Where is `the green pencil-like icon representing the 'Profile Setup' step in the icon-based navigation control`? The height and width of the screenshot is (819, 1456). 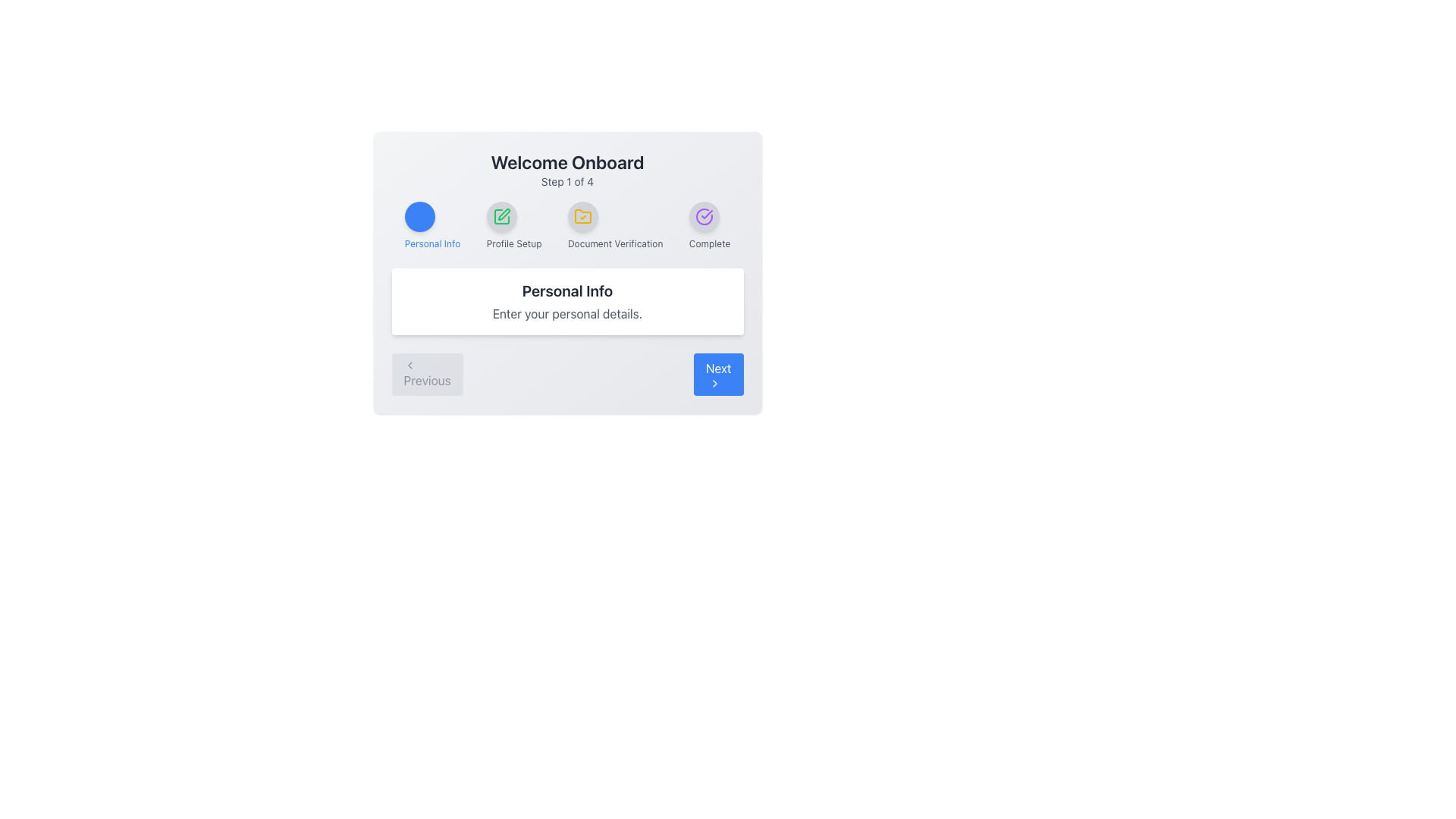
the green pencil-like icon representing the 'Profile Setup' step in the icon-based navigation control is located at coordinates (504, 214).